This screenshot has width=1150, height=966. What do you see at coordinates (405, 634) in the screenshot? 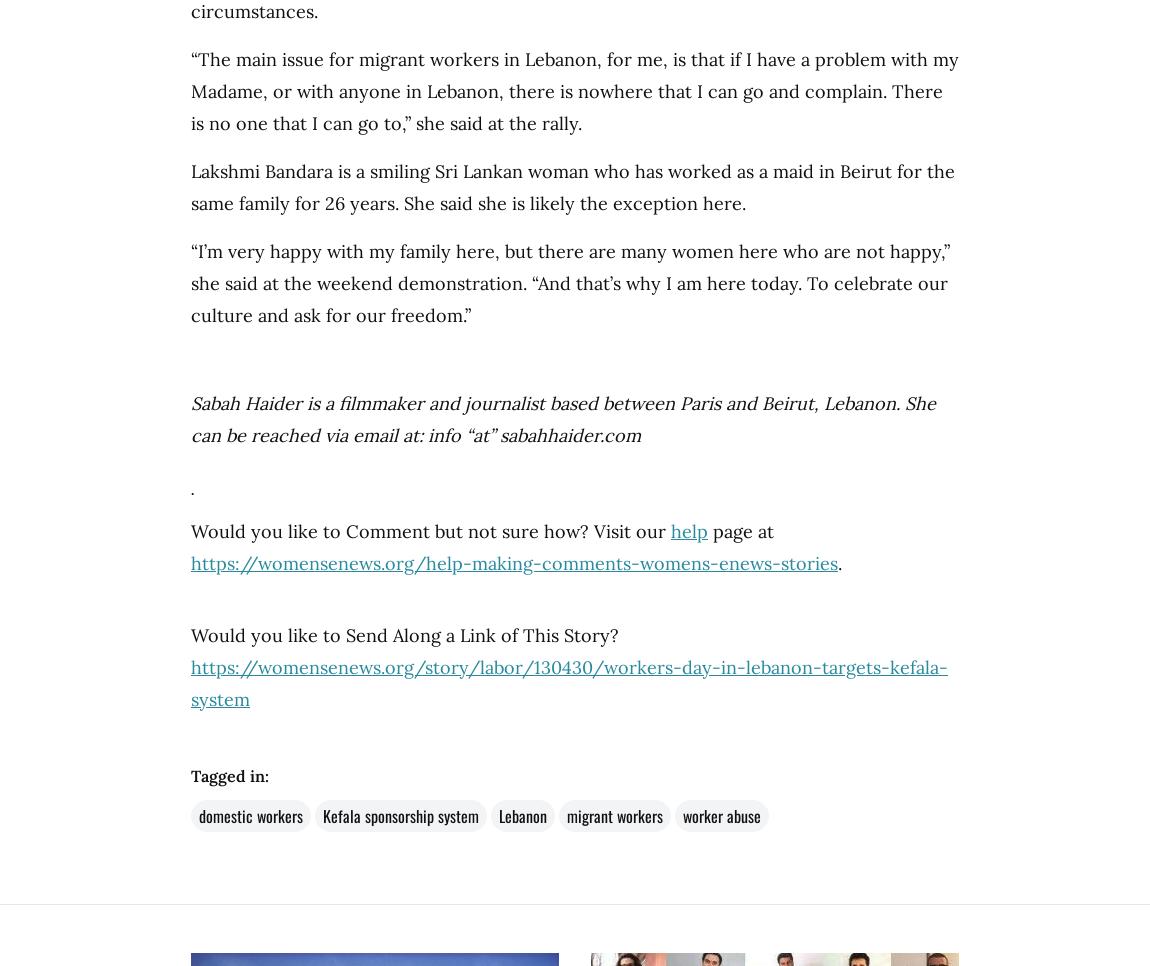
I see `'Would you like to Send Along a Link of This Story?'` at bounding box center [405, 634].